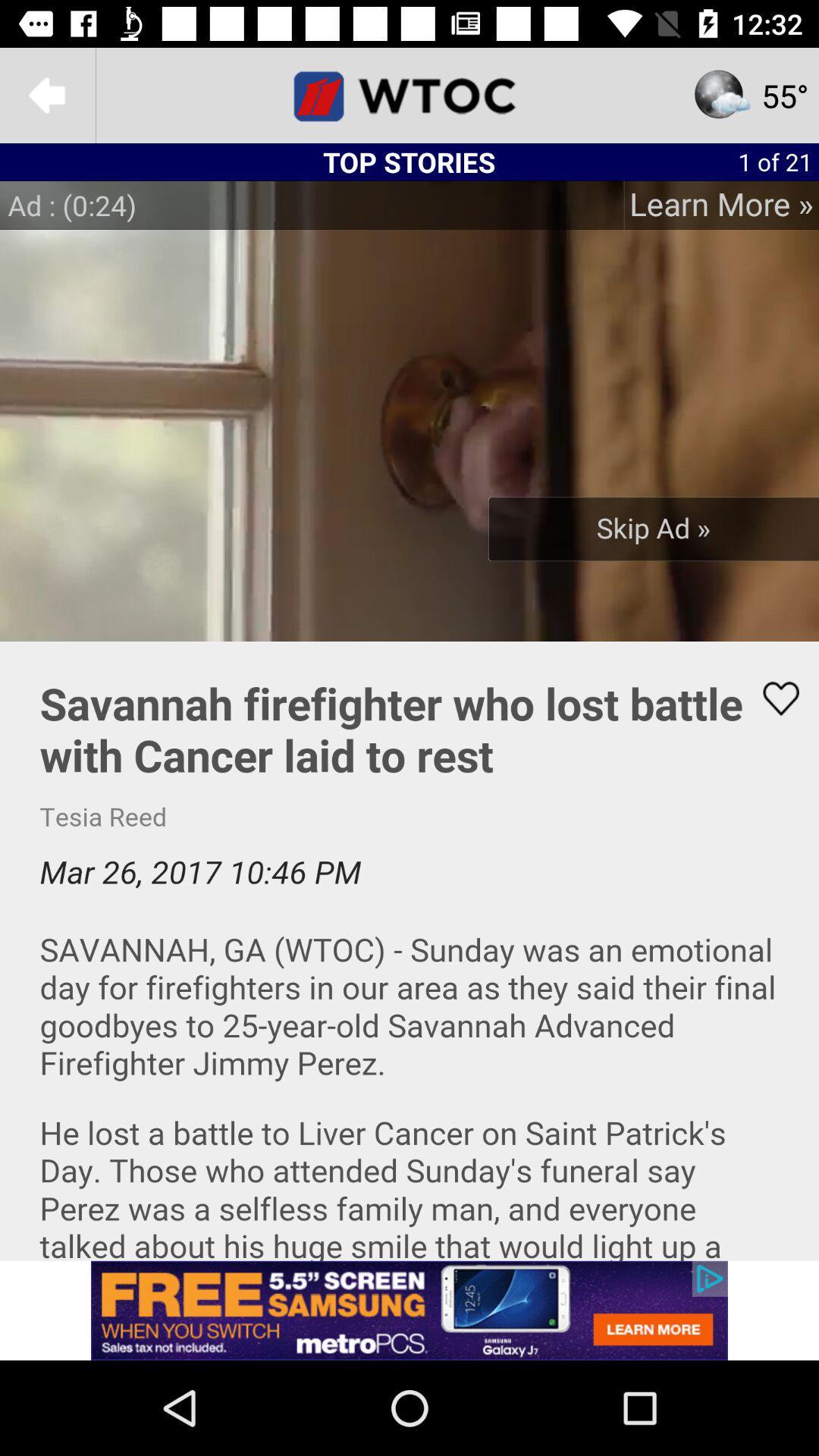 This screenshot has width=819, height=1456. Describe the element at coordinates (409, 94) in the screenshot. I see `go home` at that location.